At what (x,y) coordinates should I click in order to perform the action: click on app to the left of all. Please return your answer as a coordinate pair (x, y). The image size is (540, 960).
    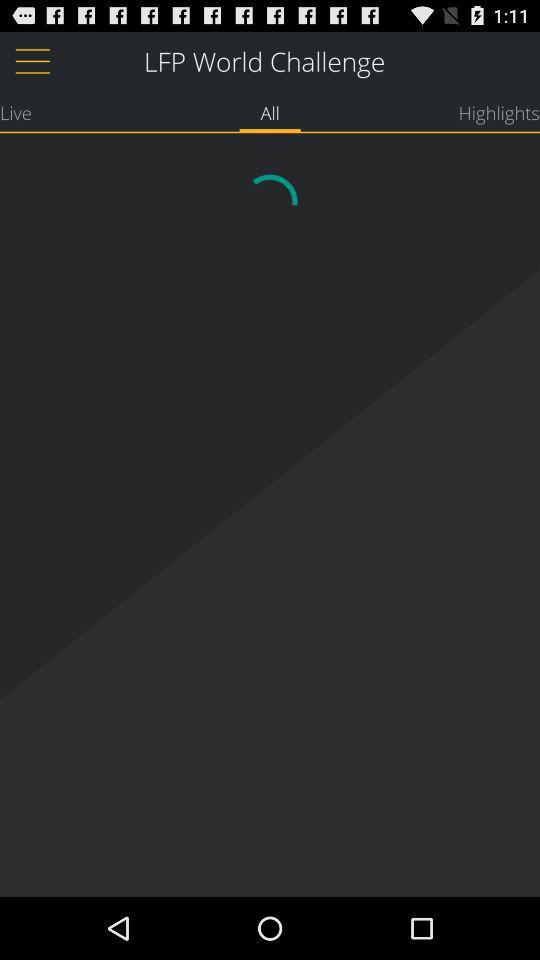
    Looking at the image, I should click on (14, 112).